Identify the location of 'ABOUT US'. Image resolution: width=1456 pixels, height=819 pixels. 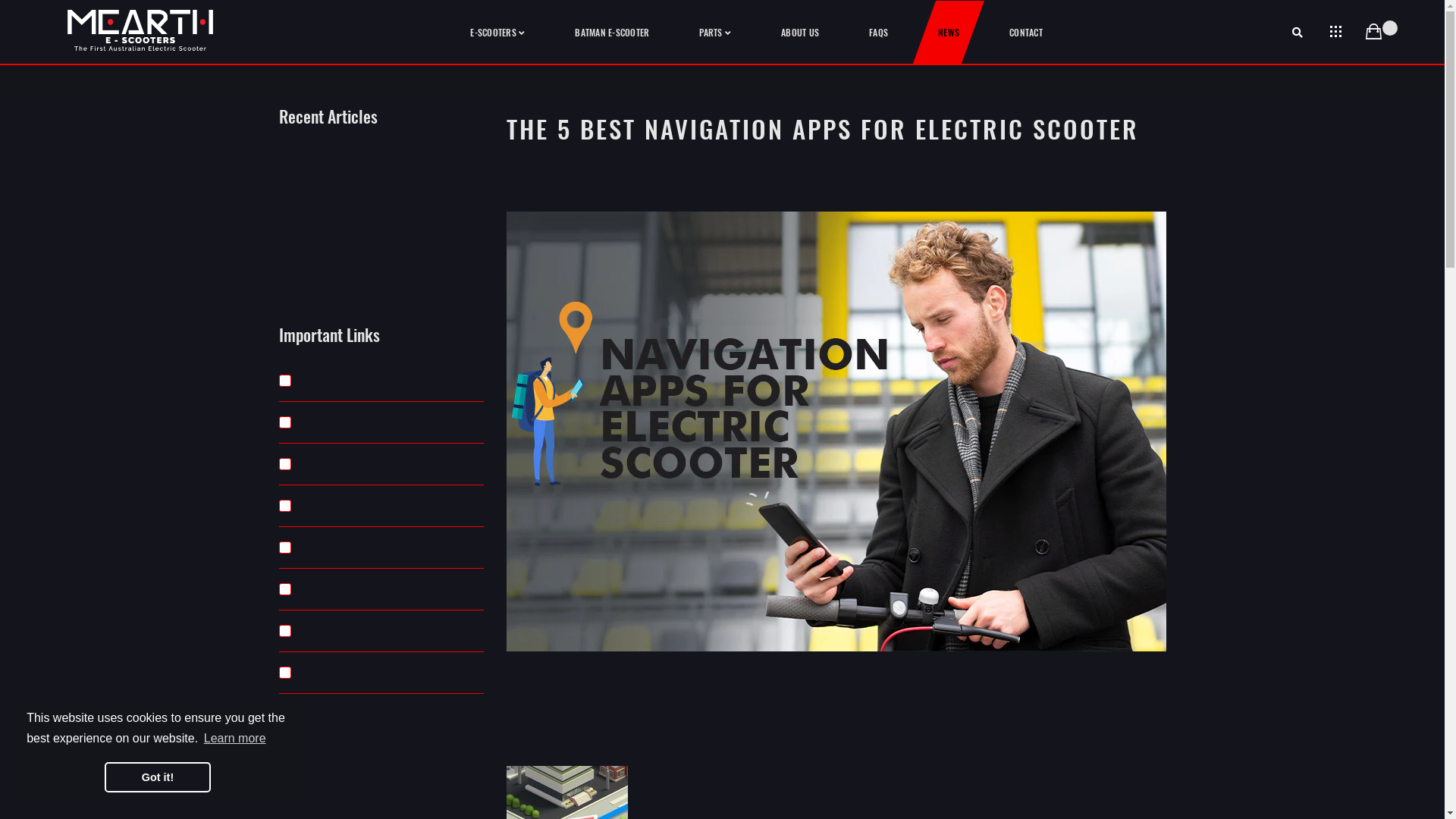
(799, 32).